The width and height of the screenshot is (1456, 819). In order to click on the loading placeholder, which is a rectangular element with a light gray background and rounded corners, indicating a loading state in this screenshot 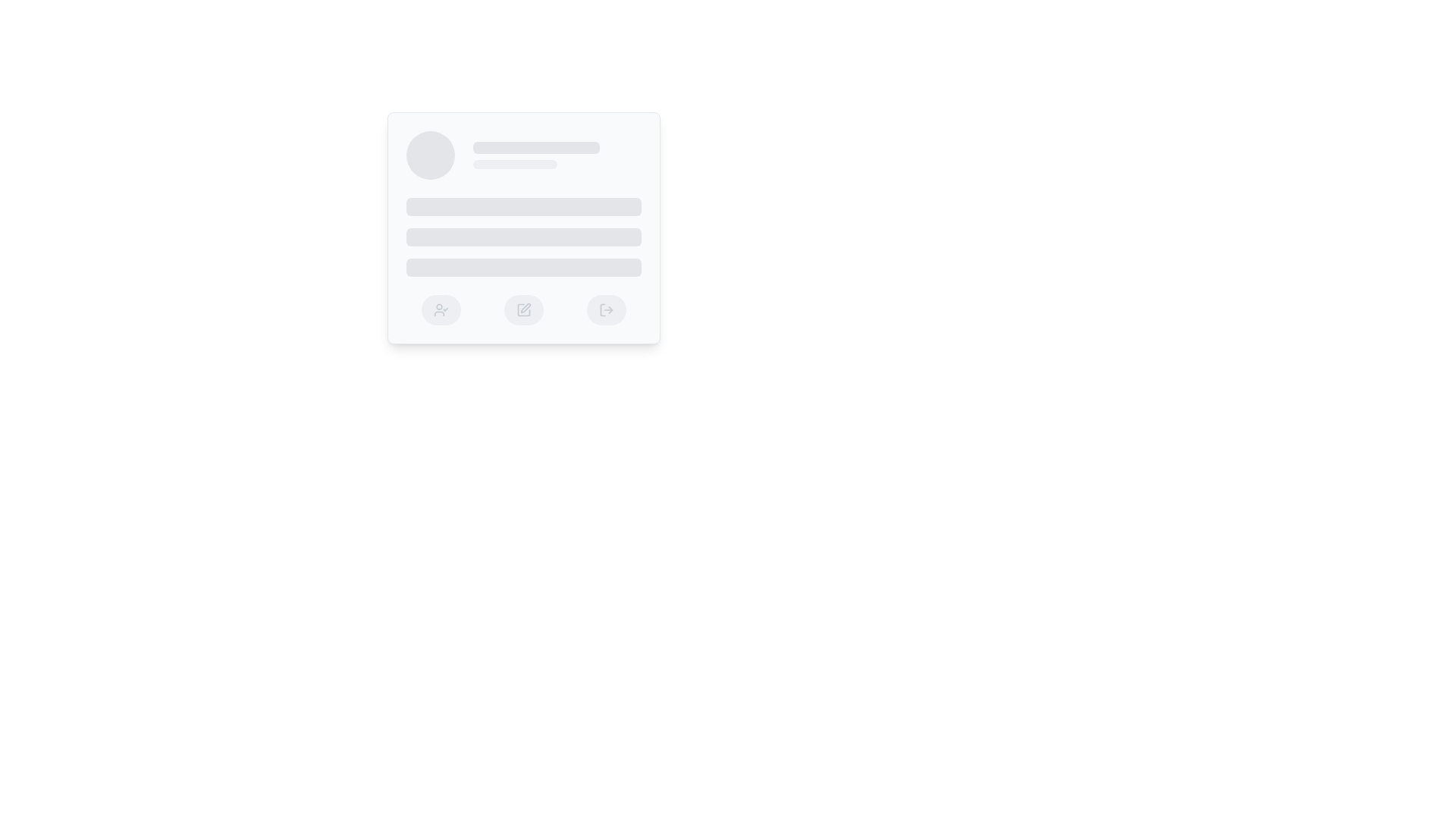, I will do `click(556, 155)`.